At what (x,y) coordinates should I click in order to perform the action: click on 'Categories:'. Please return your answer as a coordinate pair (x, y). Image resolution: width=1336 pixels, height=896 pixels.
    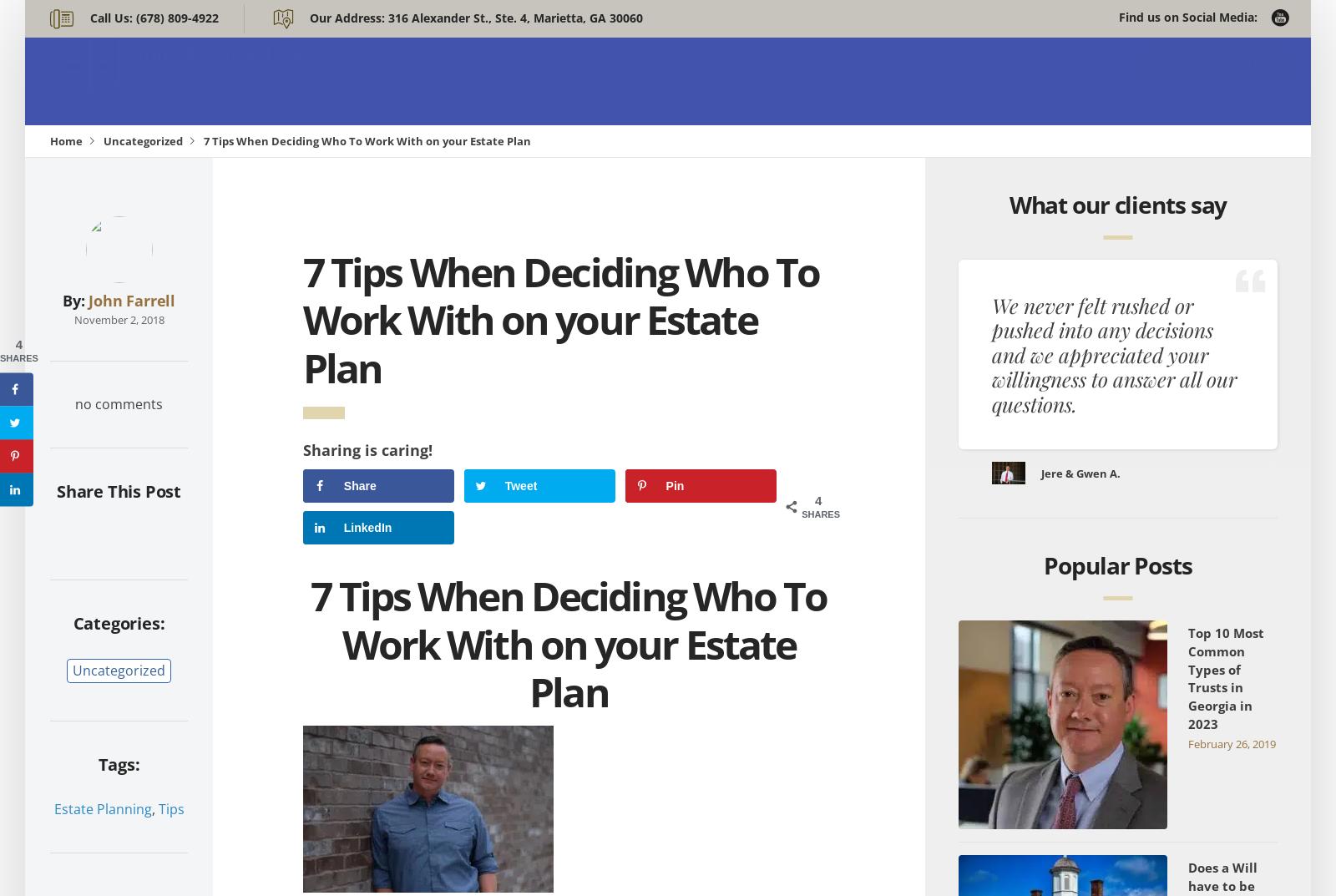
    Looking at the image, I should click on (72, 621).